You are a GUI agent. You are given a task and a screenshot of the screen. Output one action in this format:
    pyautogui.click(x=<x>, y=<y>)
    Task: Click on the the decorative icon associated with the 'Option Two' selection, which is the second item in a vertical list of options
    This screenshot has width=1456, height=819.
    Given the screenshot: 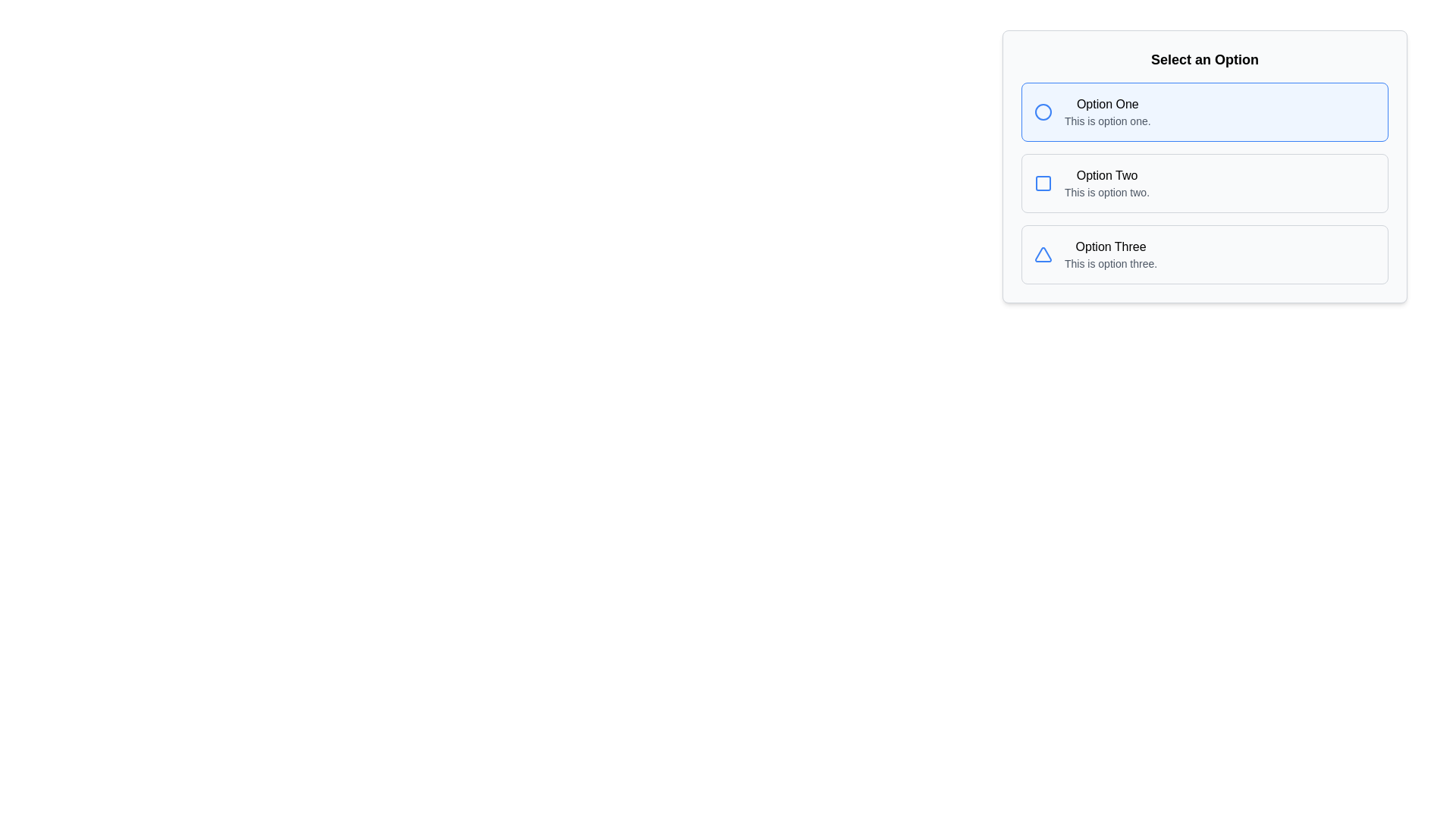 What is the action you would take?
    pyautogui.click(x=1043, y=183)
    